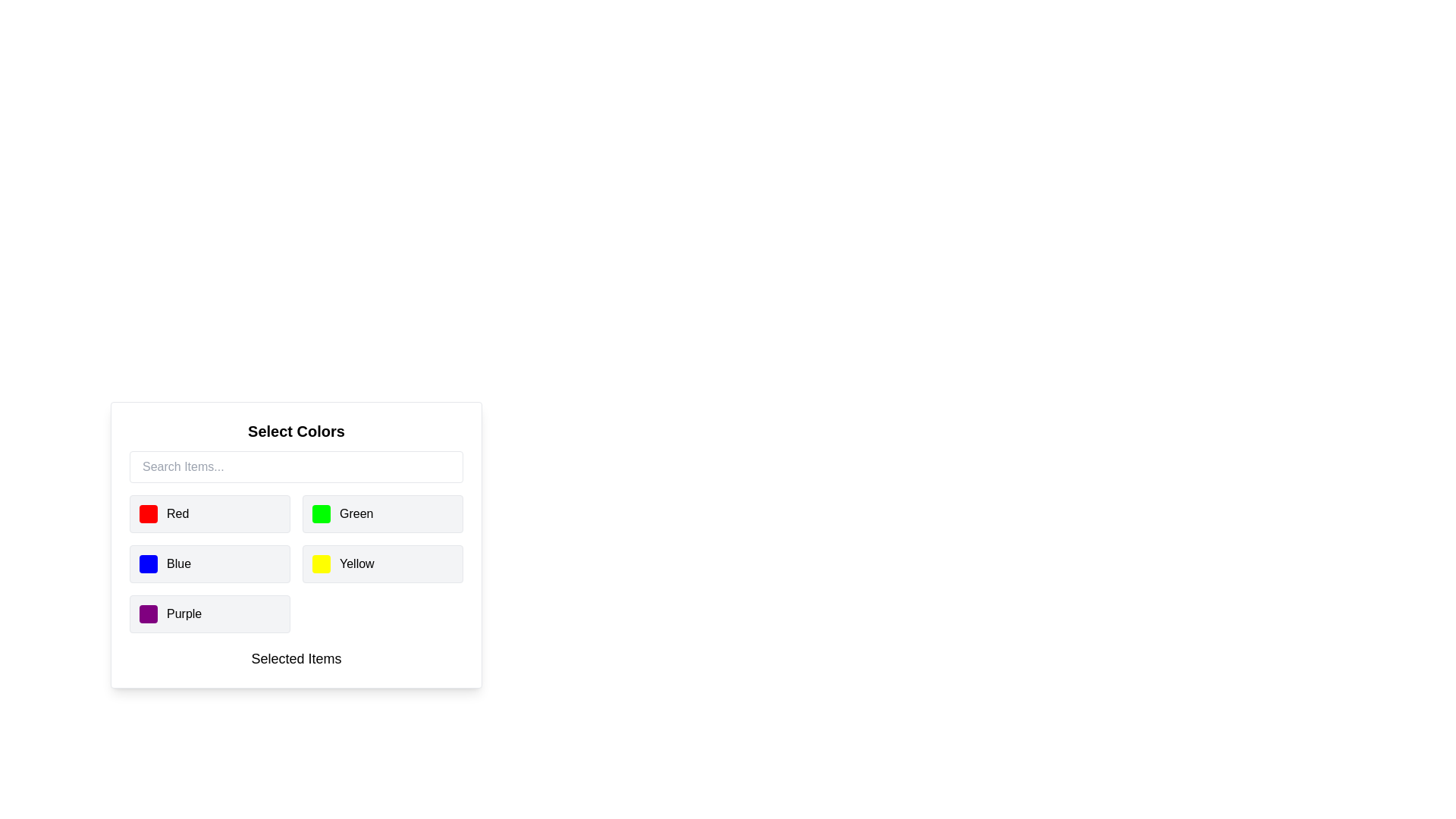  What do you see at coordinates (209, 513) in the screenshot?
I see `the color selection option labeled 'Red'` at bounding box center [209, 513].